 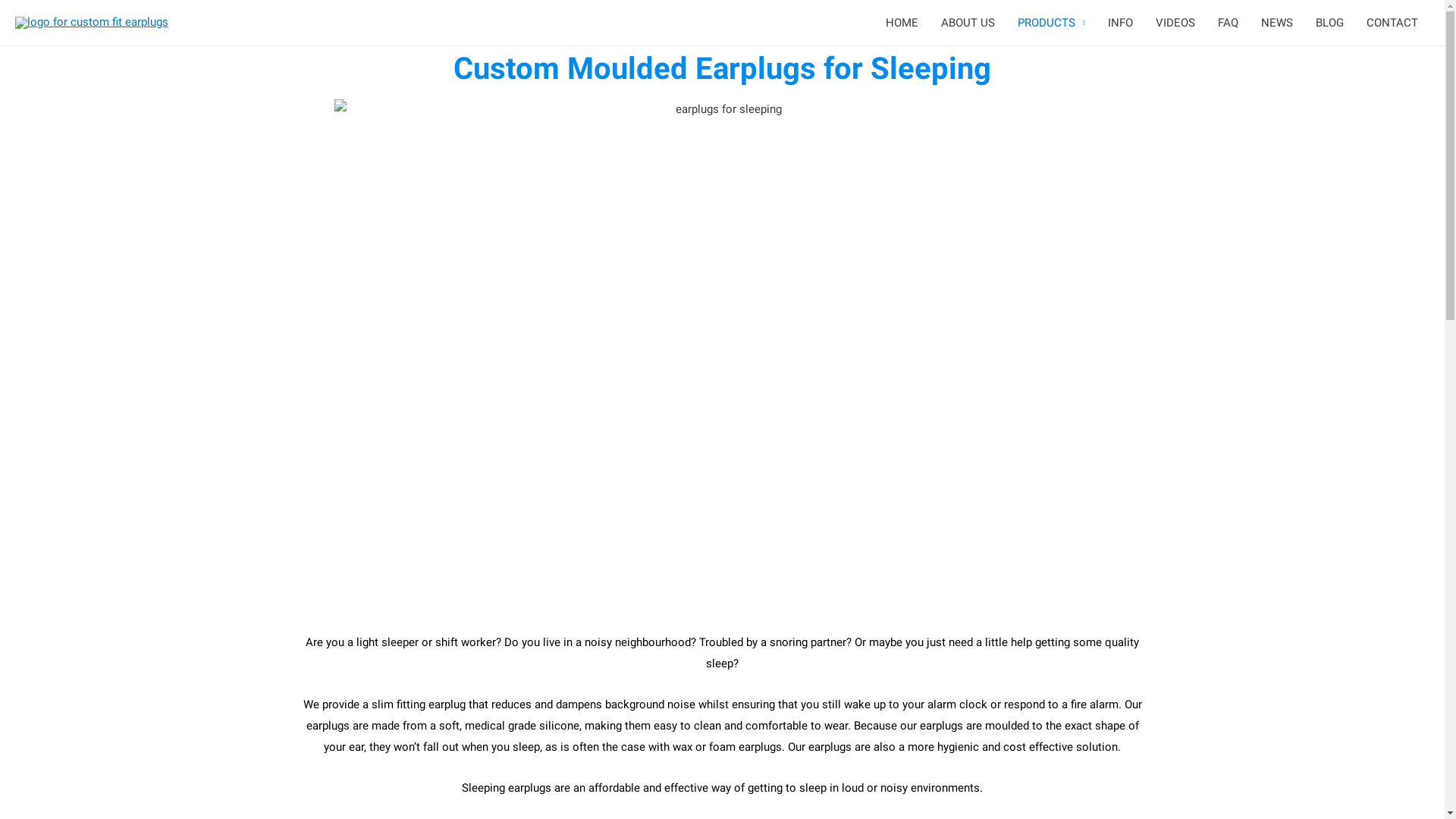 I want to click on 'ABOUT US', so click(x=967, y=23).